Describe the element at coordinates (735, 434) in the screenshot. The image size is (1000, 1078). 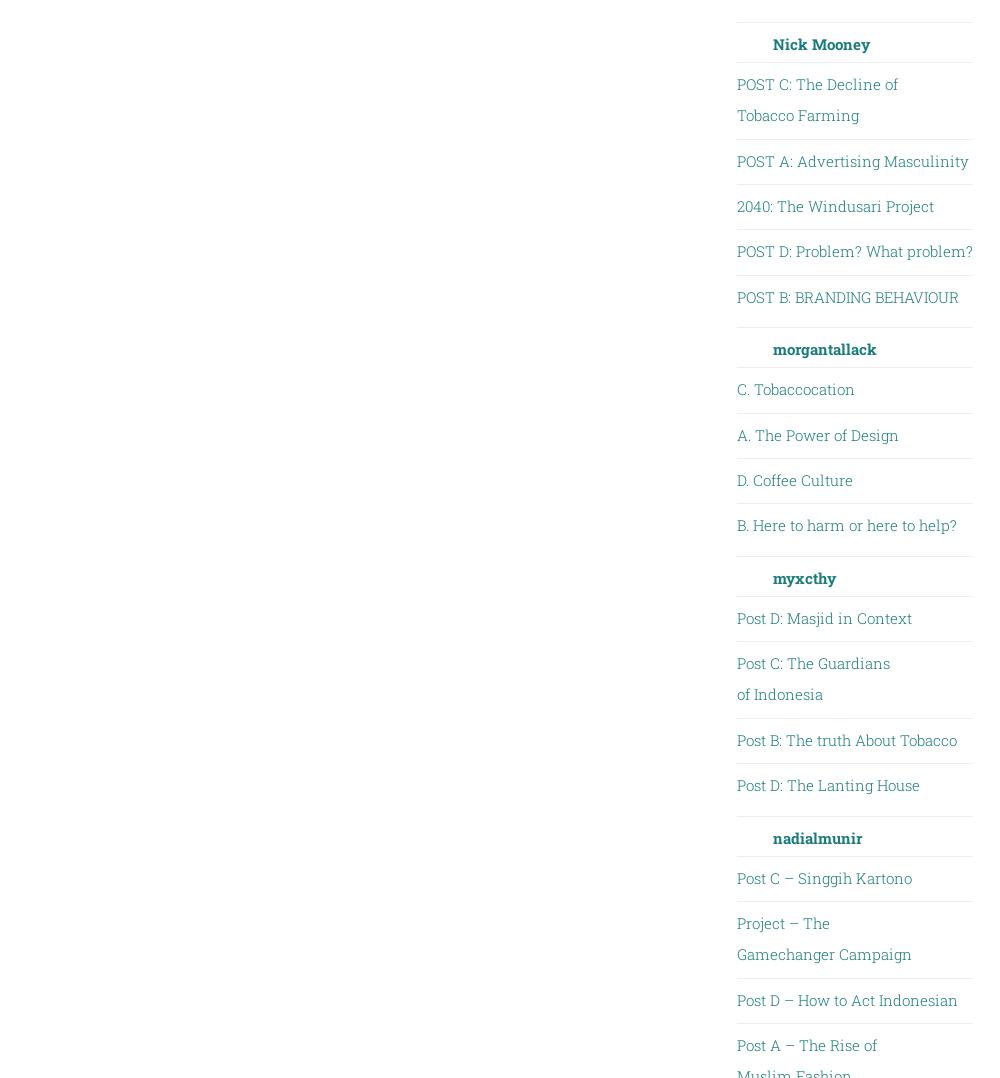
I see `'A. The Power of Design'` at that location.